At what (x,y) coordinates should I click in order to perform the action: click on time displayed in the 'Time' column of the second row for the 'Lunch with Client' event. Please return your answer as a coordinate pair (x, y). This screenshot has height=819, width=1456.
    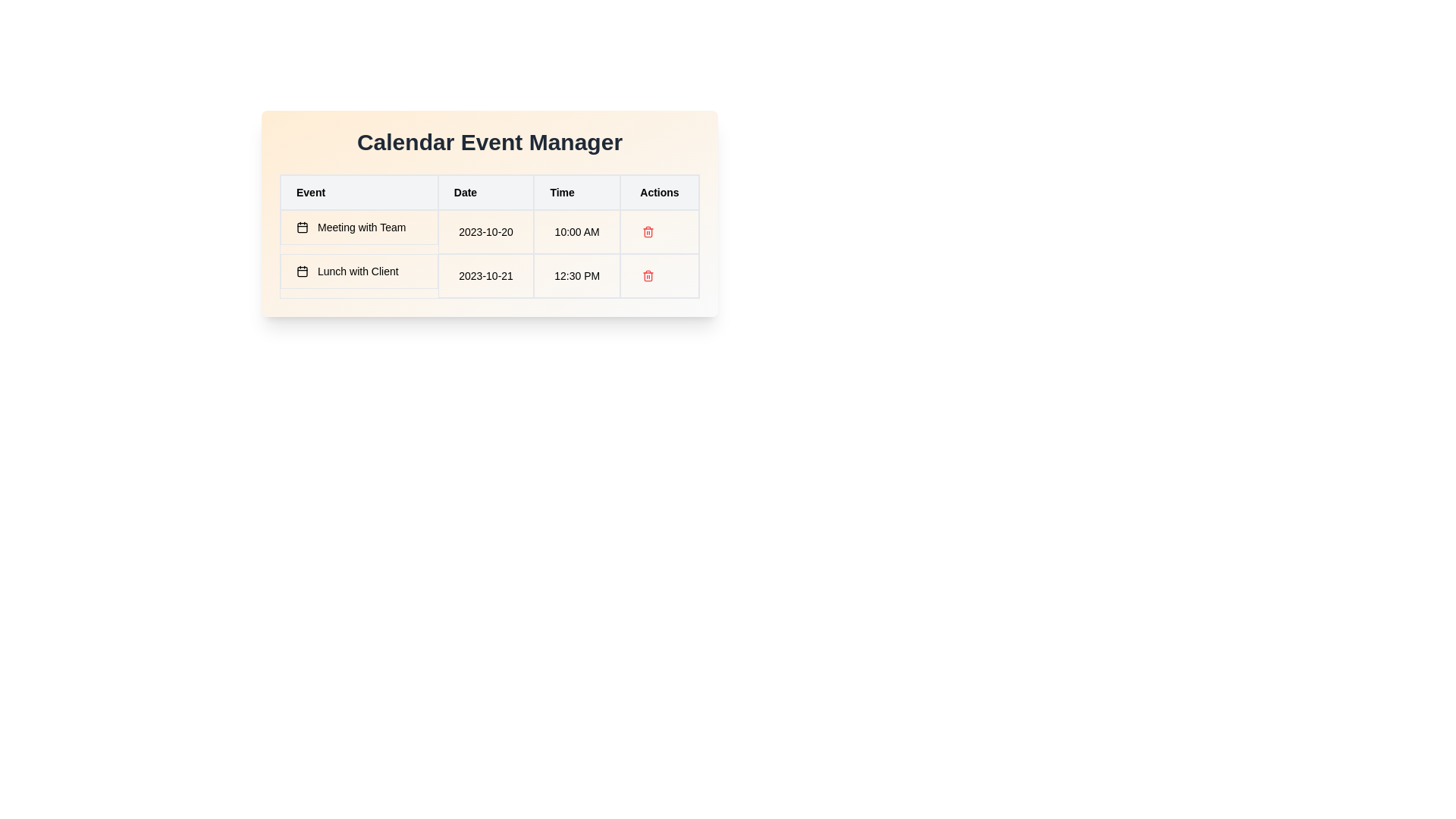
    Looking at the image, I should click on (576, 275).